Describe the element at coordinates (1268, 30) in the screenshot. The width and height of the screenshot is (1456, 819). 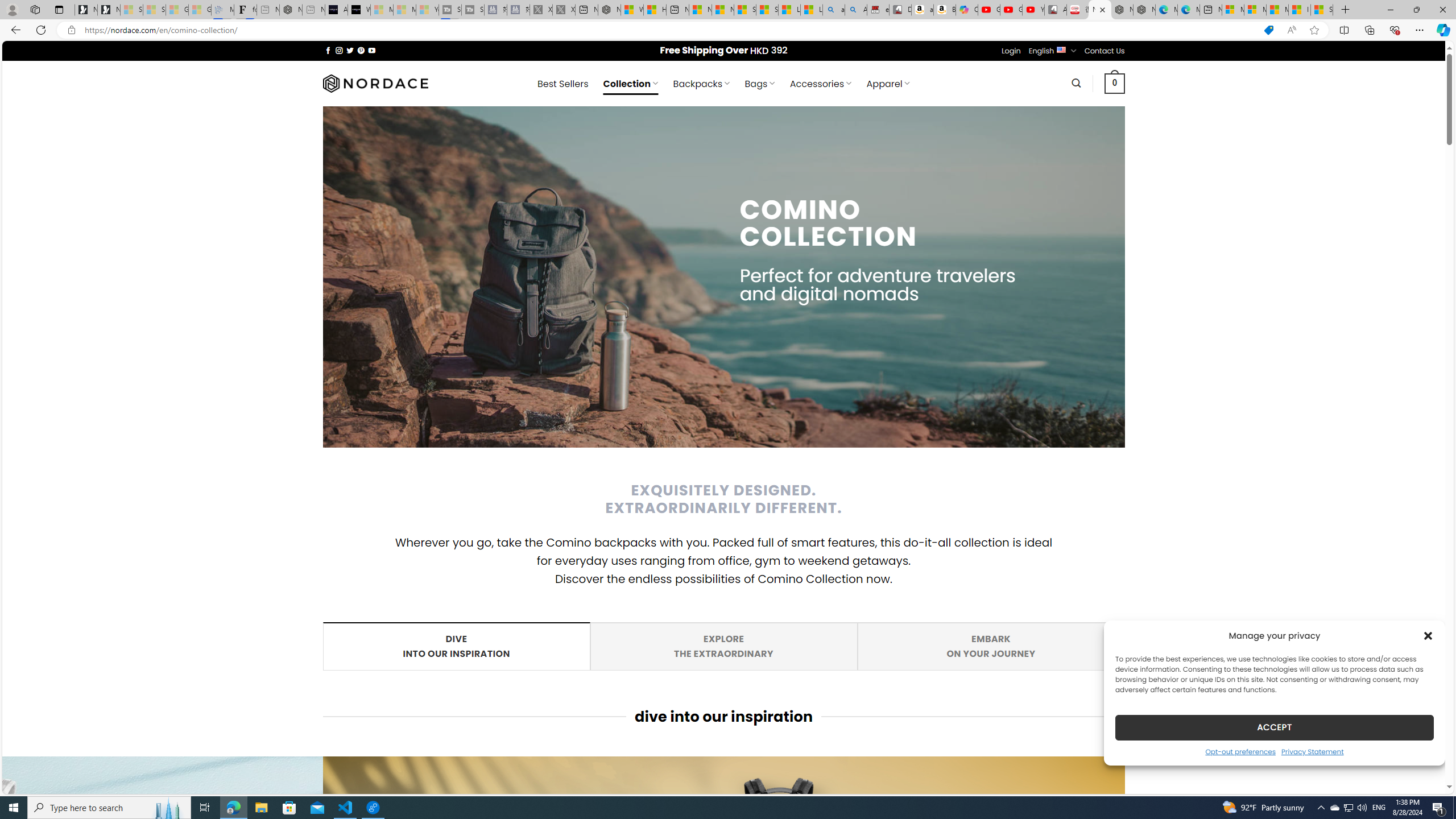
I see `'This site has coupons! Shopping in Microsoft Edge'` at that location.